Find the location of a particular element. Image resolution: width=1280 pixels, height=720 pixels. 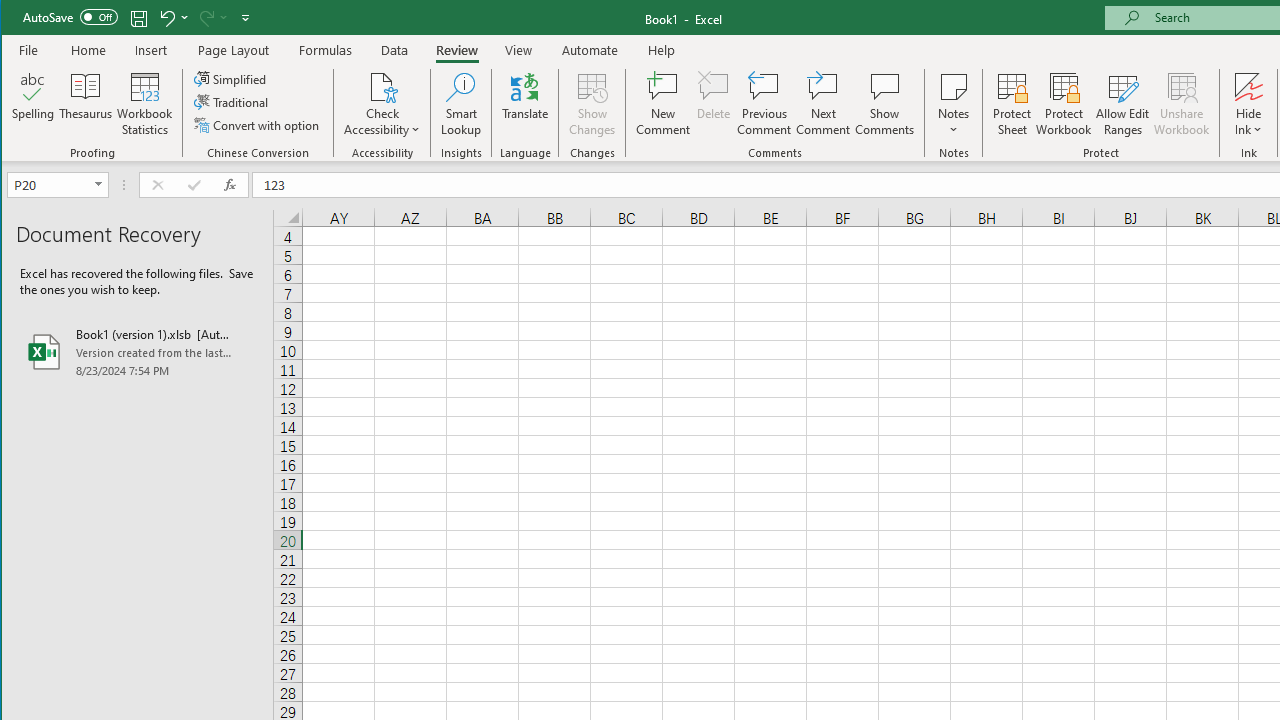

'Automate' is located at coordinates (589, 49).